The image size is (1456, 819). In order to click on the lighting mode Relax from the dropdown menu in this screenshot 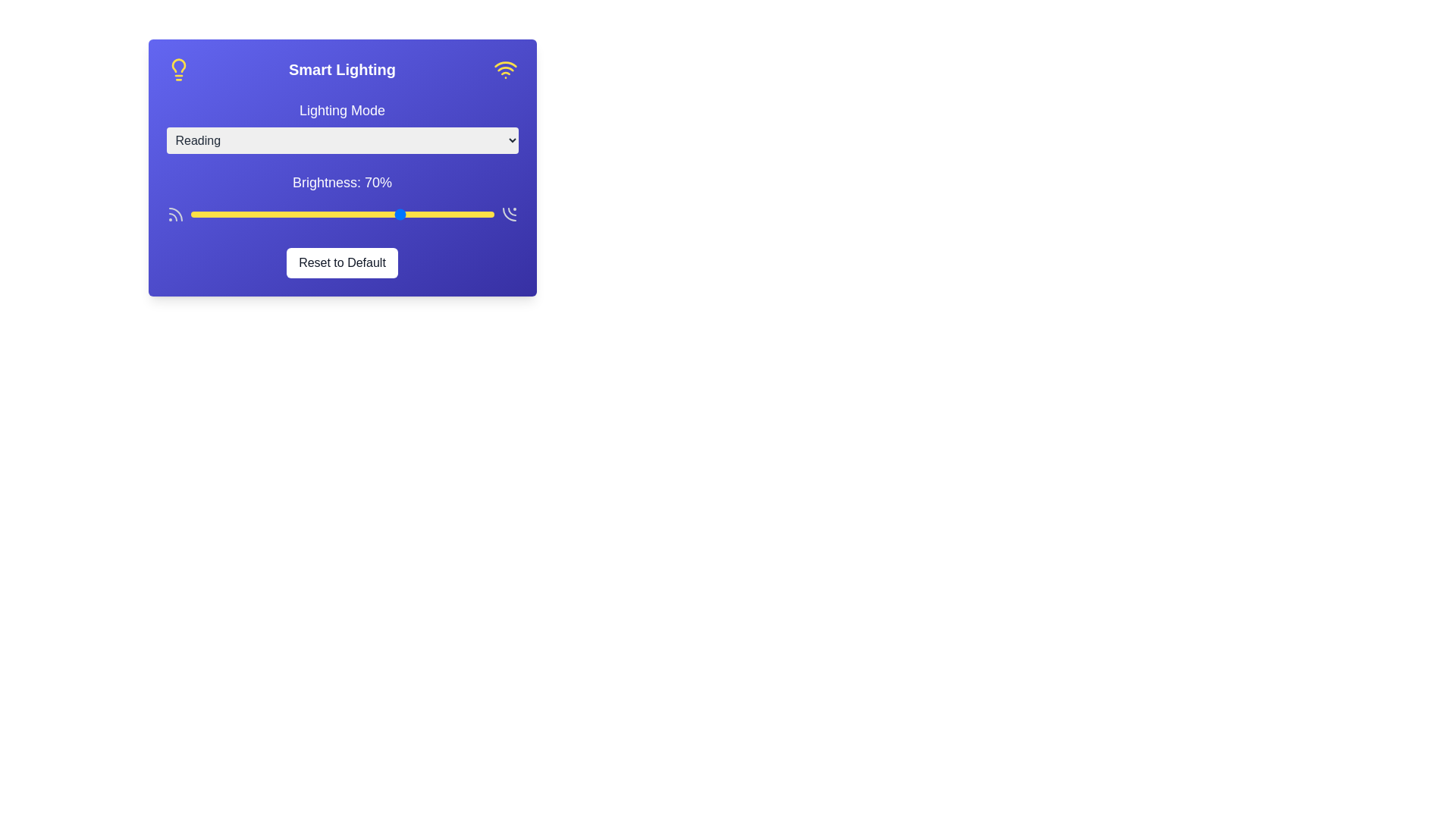, I will do `click(341, 140)`.